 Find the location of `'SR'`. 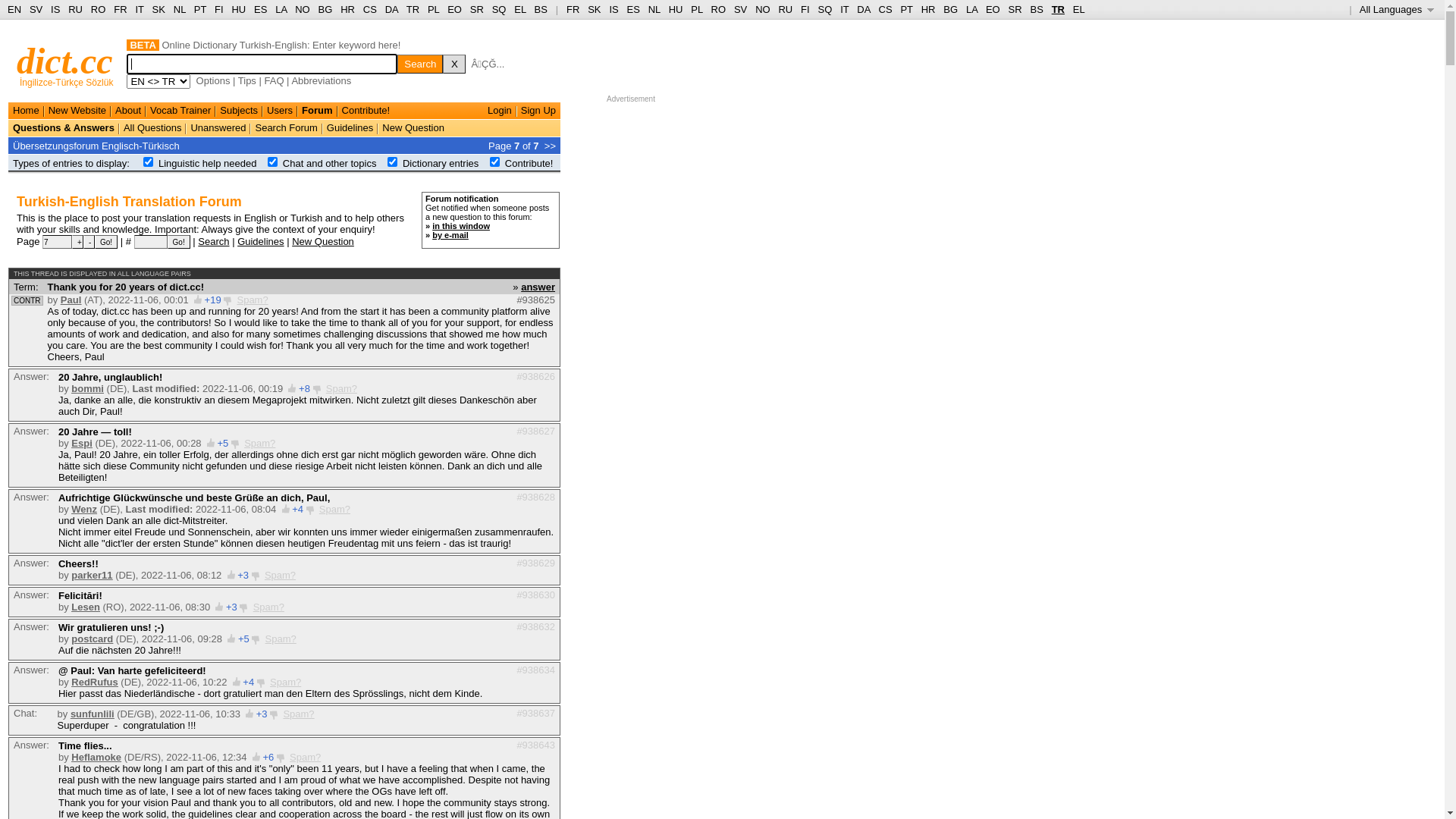

'SR' is located at coordinates (475, 9).